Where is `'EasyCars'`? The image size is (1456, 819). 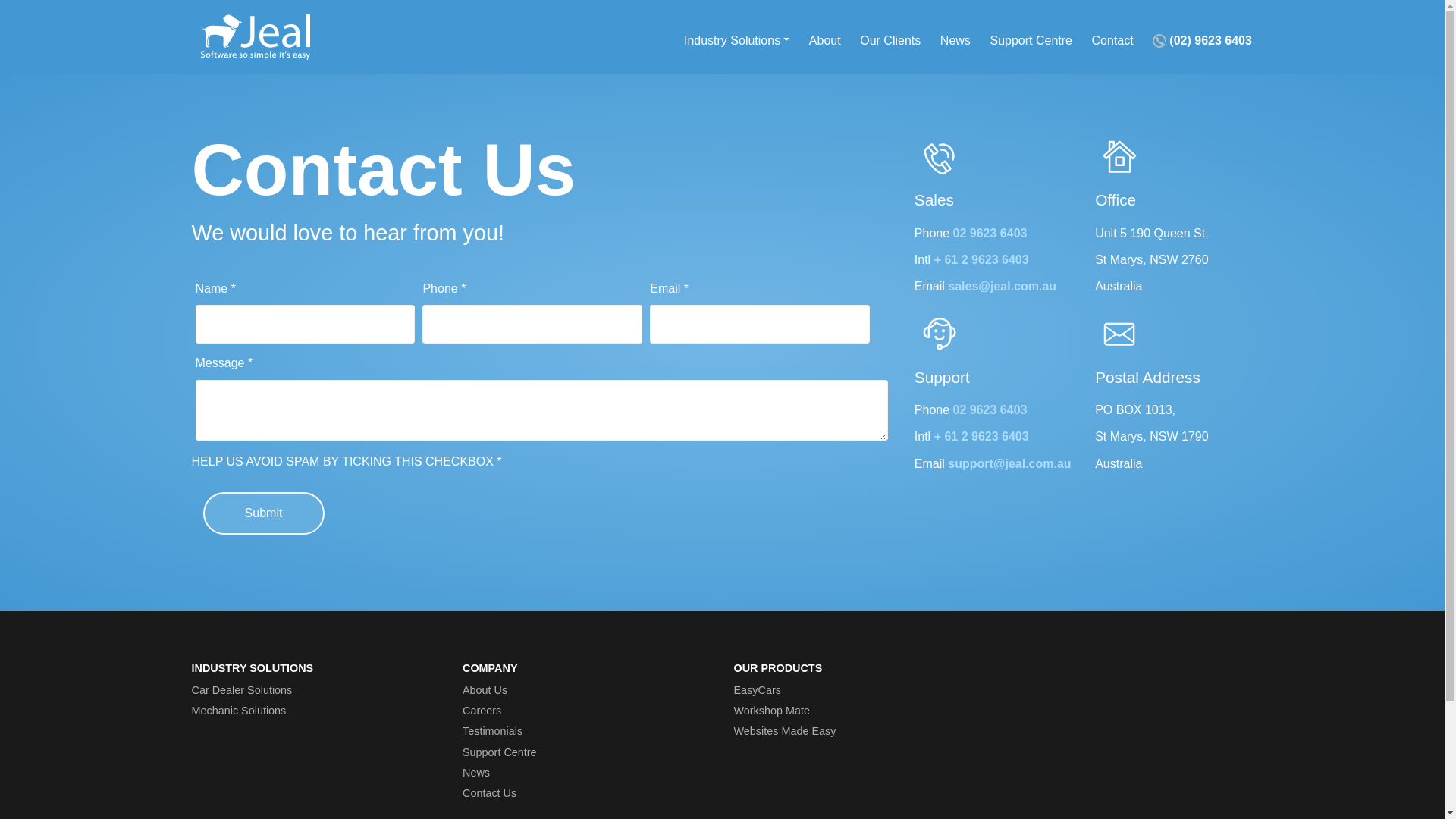 'EasyCars' is located at coordinates (734, 690).